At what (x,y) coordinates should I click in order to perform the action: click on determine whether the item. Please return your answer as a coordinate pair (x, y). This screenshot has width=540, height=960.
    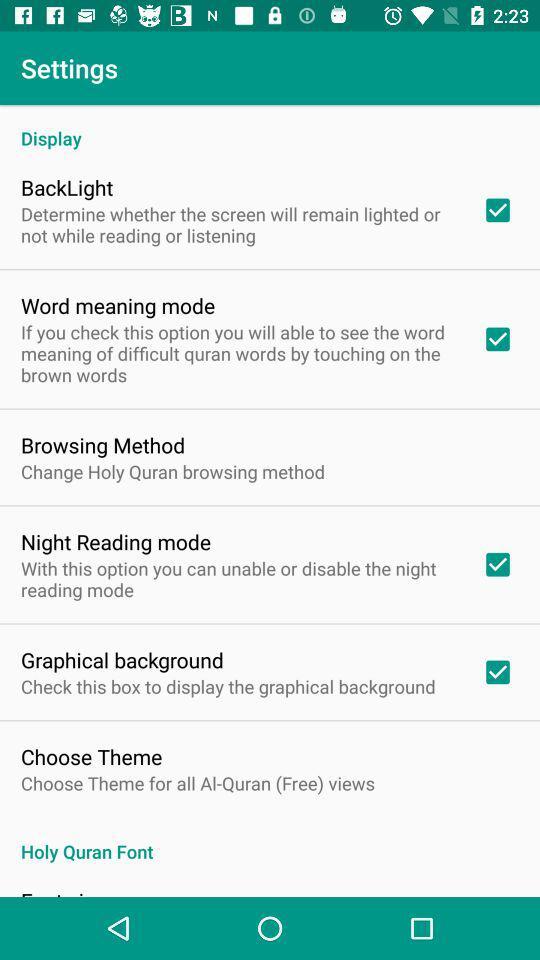
    Looking at the image, I should click on (238, 224).